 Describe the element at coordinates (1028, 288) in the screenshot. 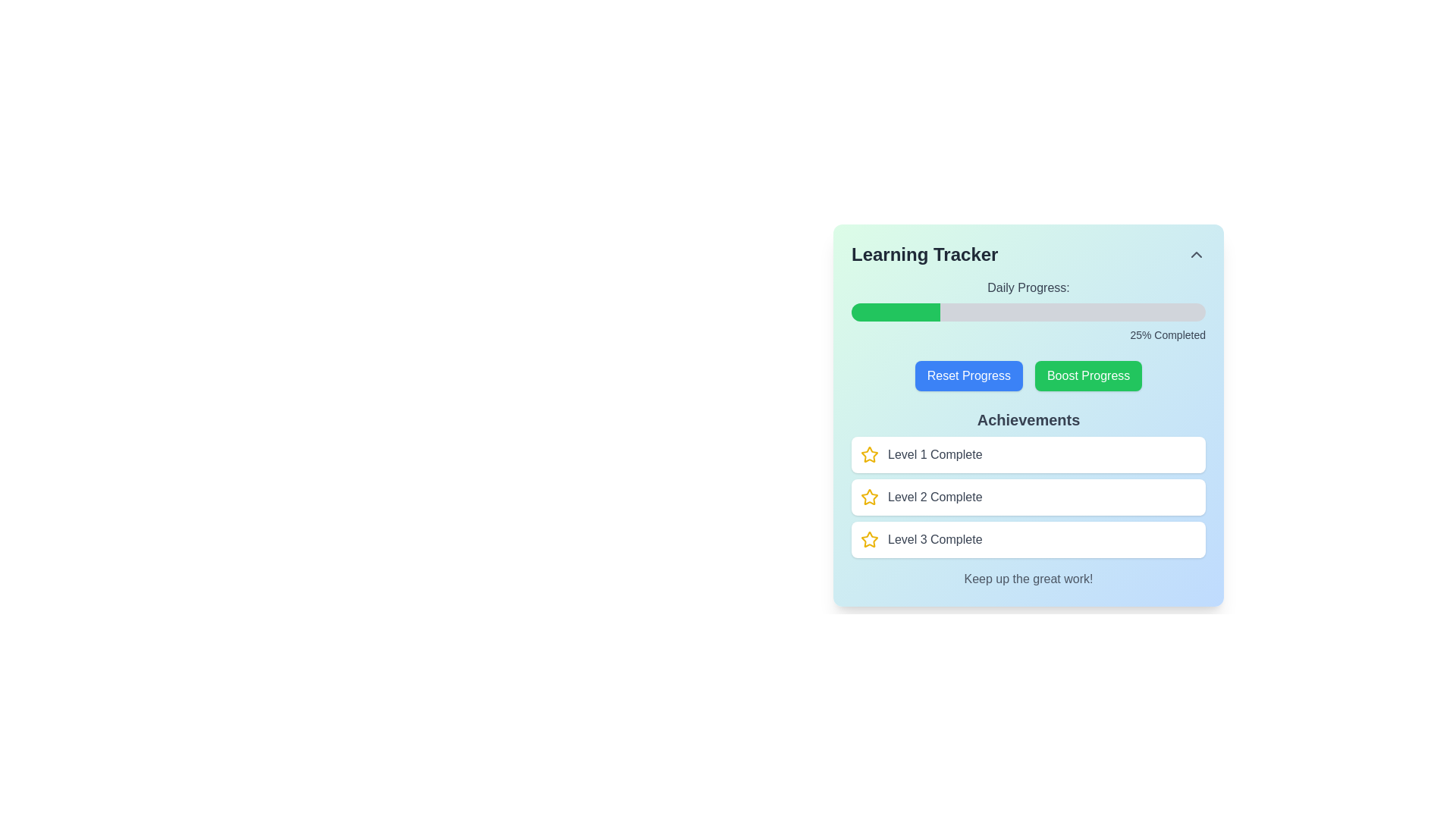

I see `the static text label that indicates the purpose of the progress bar located directly below it, positioned at the top of the component` at that location.